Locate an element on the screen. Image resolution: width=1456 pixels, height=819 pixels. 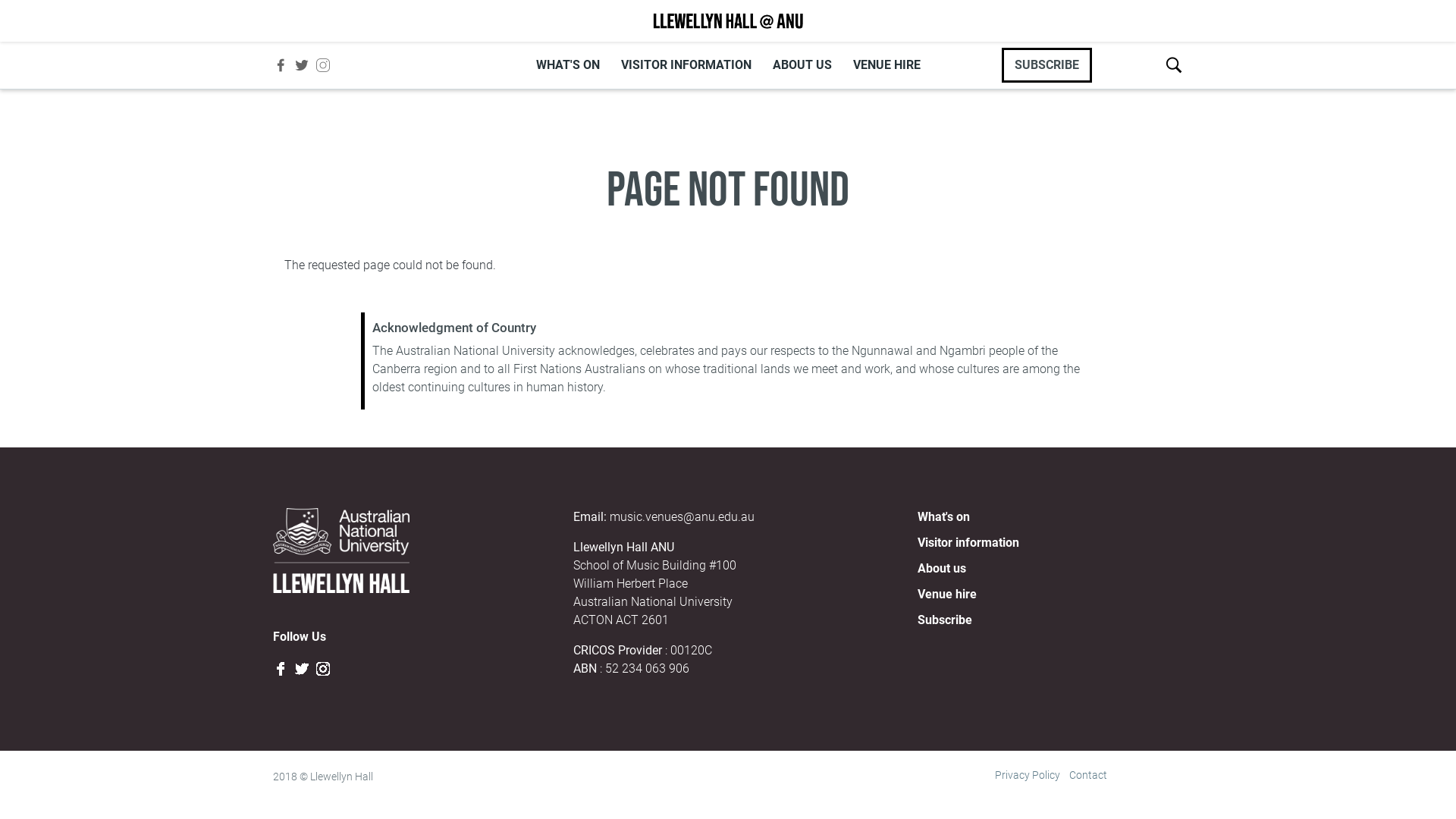
'Privacy Policy' is located at coordinates (994, 775).